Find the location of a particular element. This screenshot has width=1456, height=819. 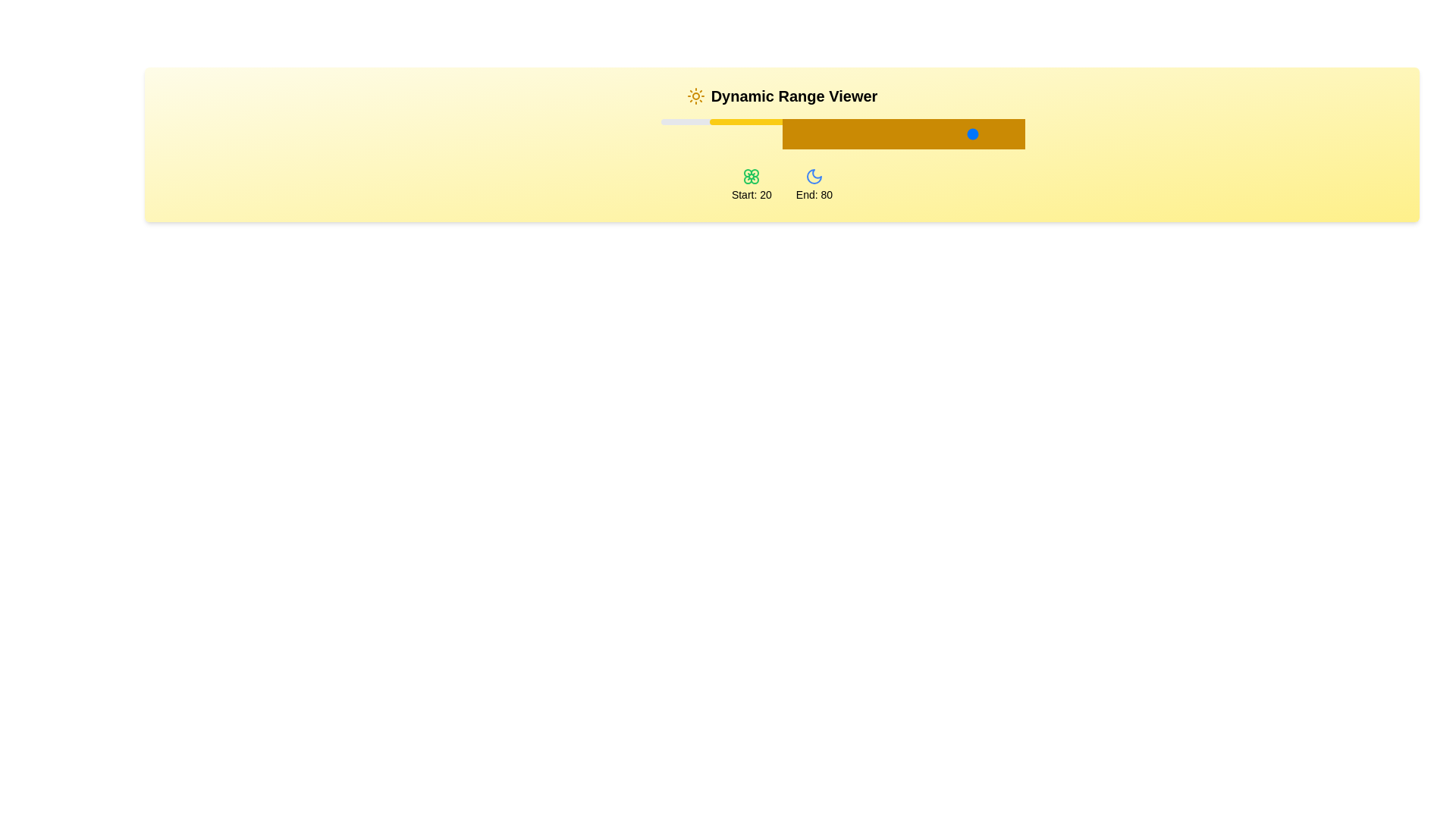

the slider value is located at coordinates (850, 133).